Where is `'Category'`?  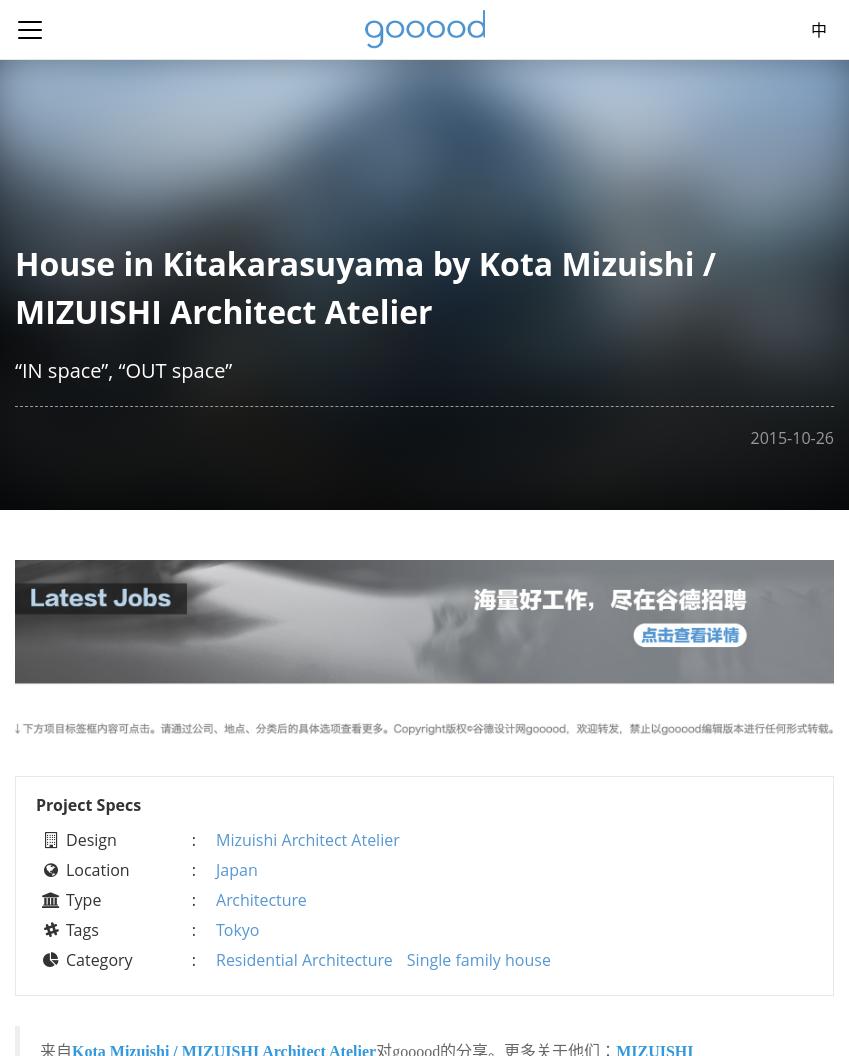
'Category' is located at coordinates (97, 958).